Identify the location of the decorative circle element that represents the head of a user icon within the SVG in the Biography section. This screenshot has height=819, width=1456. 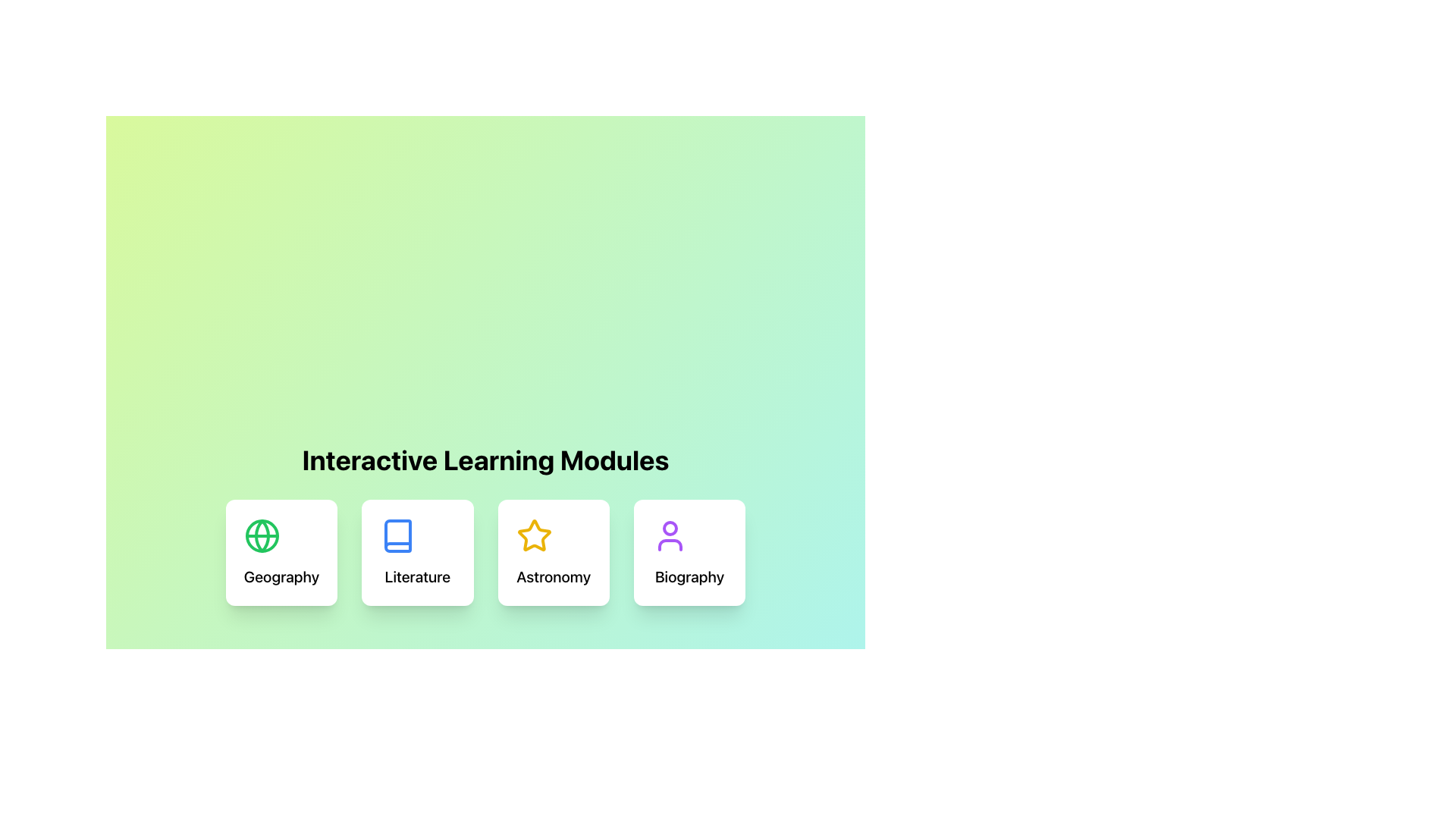
(669, 528).